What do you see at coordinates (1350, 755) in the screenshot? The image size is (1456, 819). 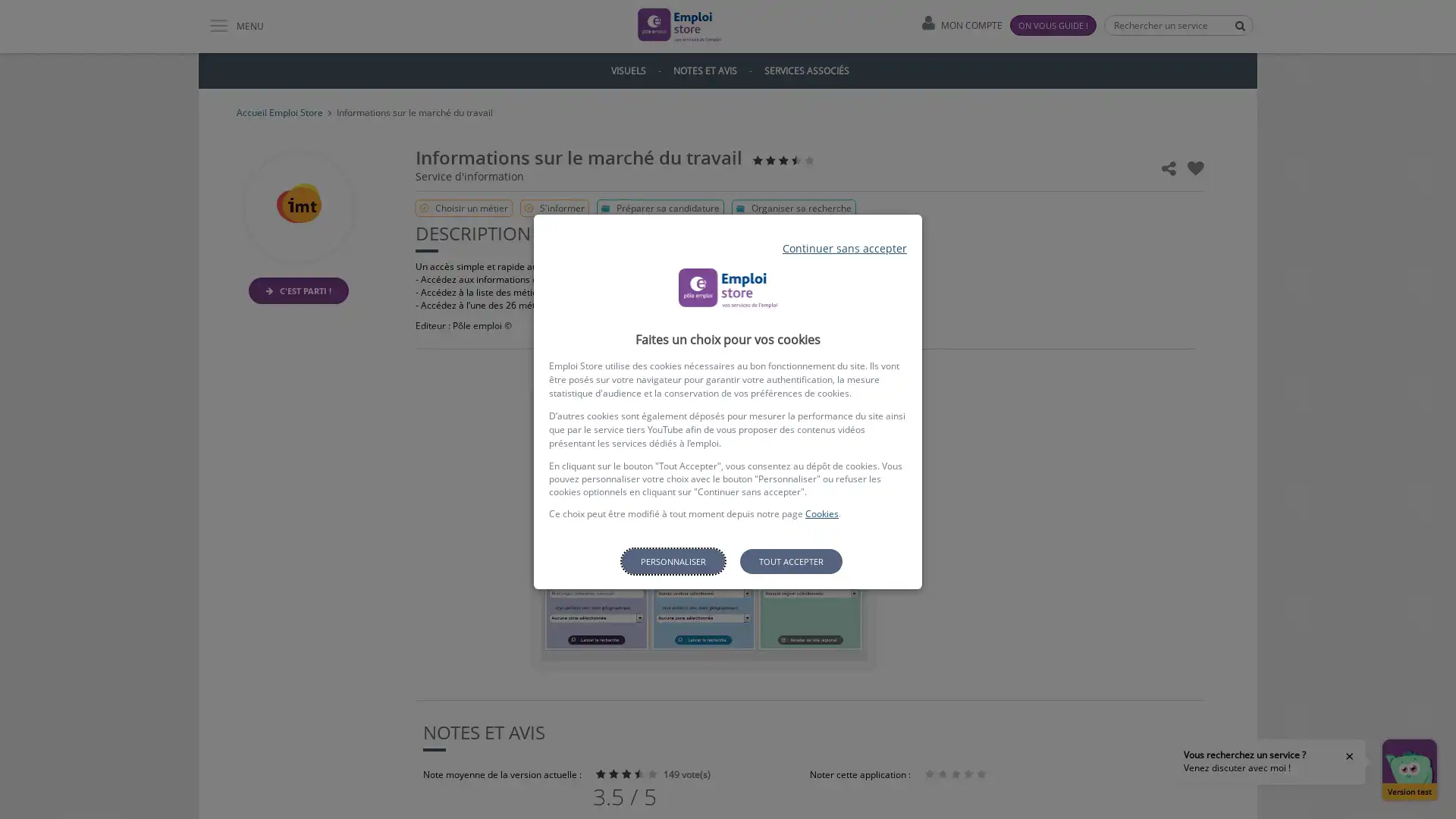 I see `Fermer la bulle d'aide` at bounding box center [1350, 755].